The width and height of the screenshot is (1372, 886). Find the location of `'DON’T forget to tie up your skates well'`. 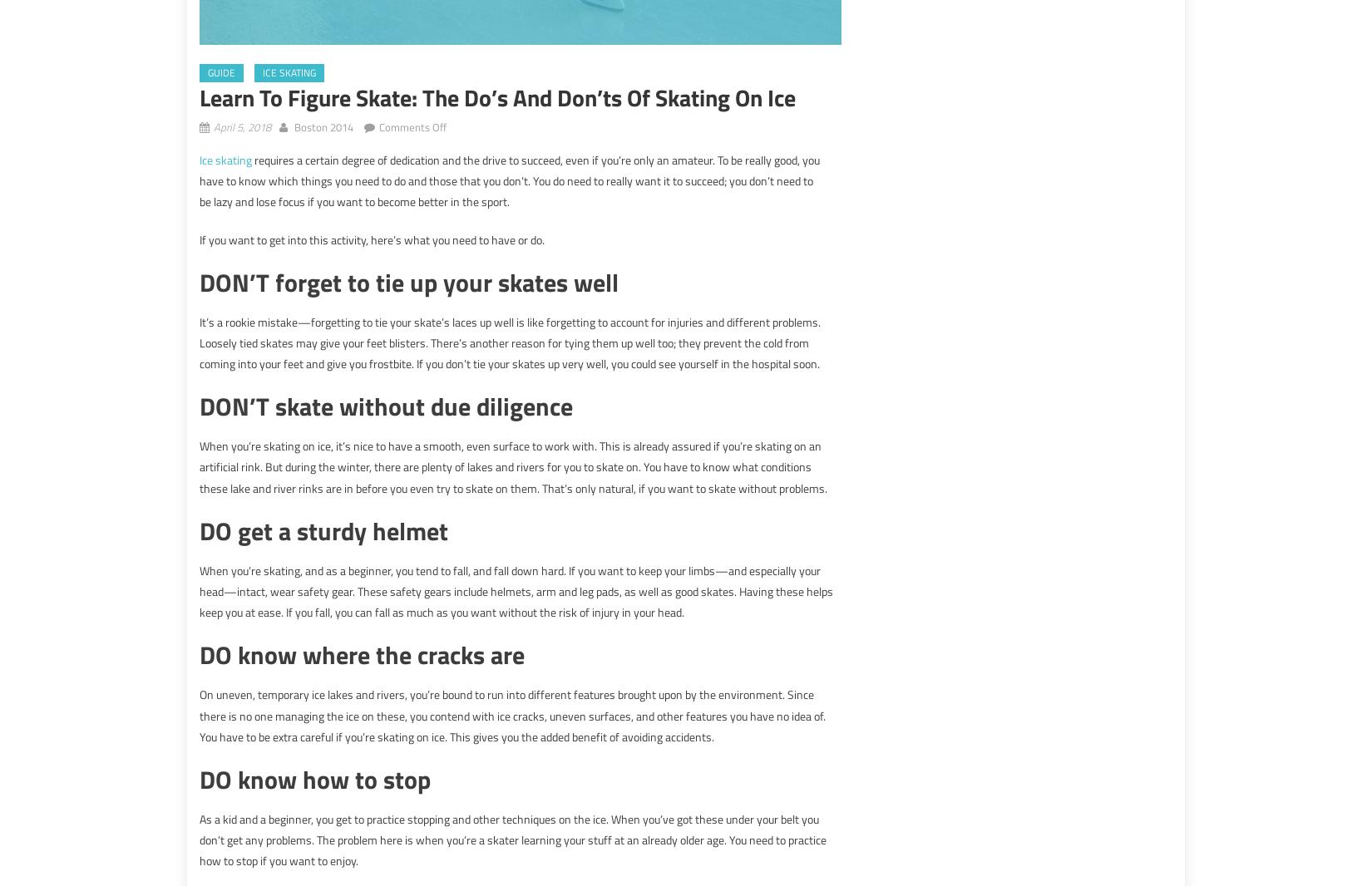

'DON’T forget to tie up your skates well' is located at coordinates (408, 281).